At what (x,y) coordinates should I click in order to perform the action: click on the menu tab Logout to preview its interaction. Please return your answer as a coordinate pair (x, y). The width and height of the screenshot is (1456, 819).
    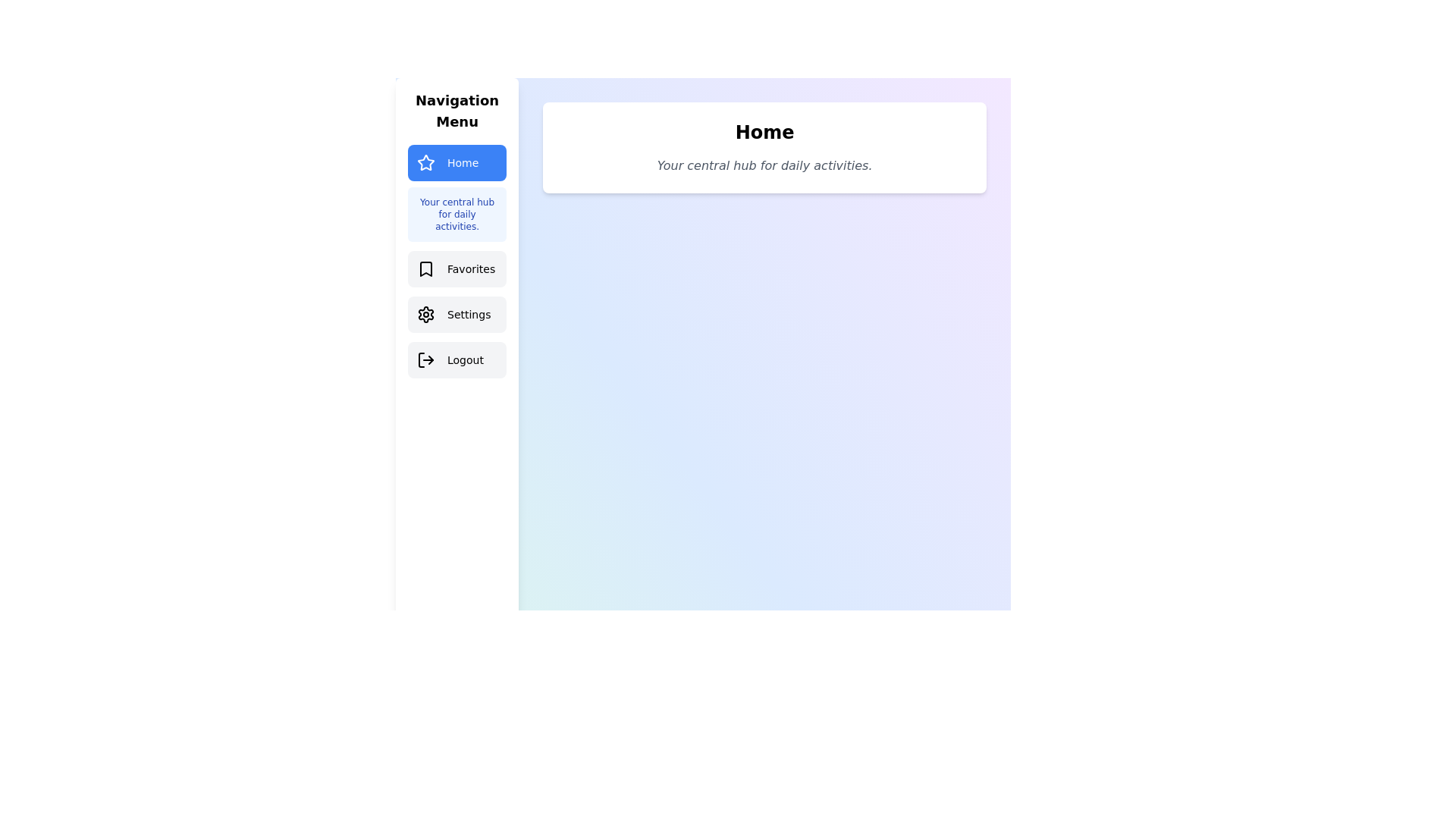
    Looking at the image, I should click on (457, 359).